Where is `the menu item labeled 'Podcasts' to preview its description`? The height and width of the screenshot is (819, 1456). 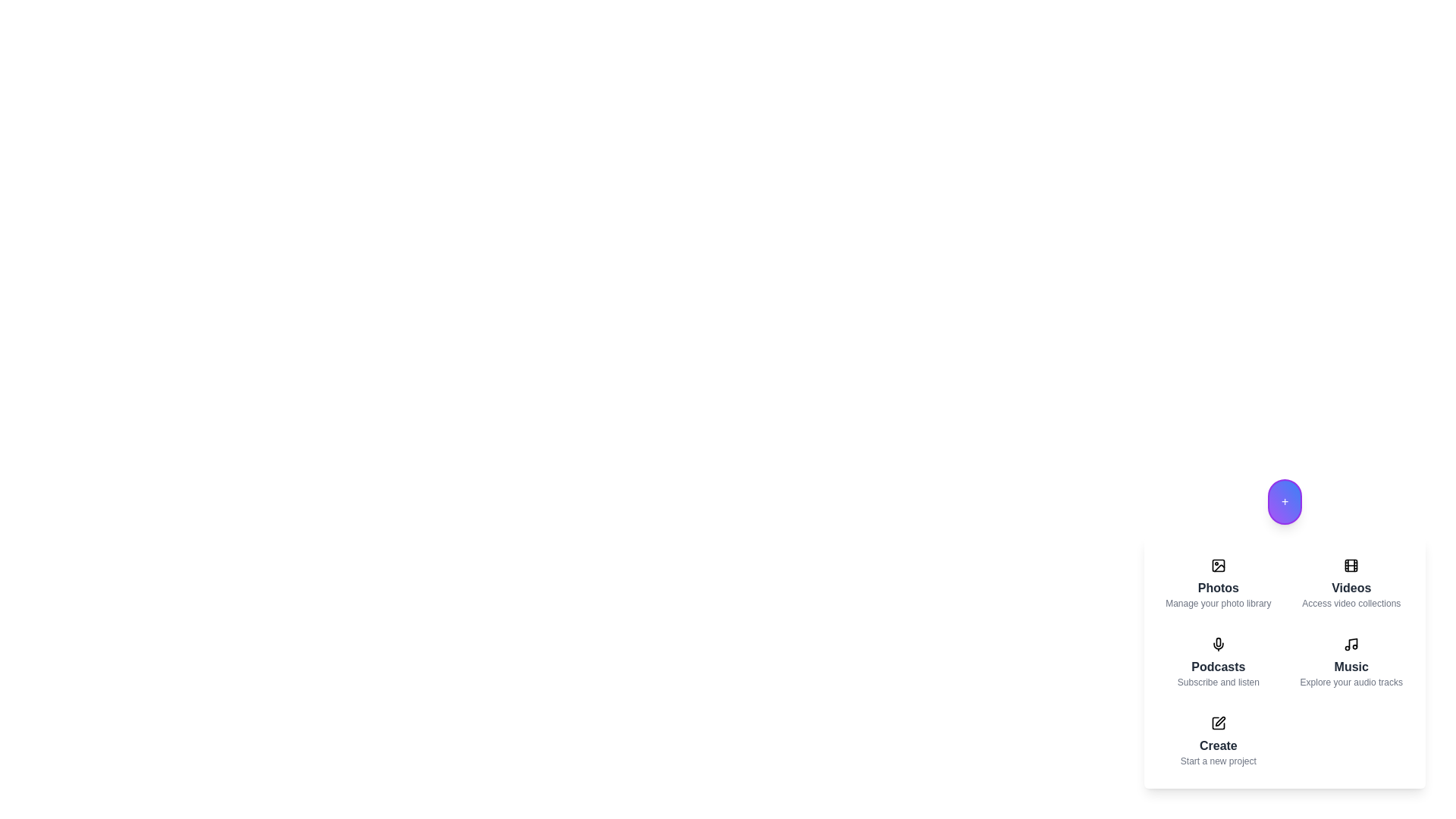
the menu item labeled 'Podcasts' to preview its description is located at coordinates (1218, 662).